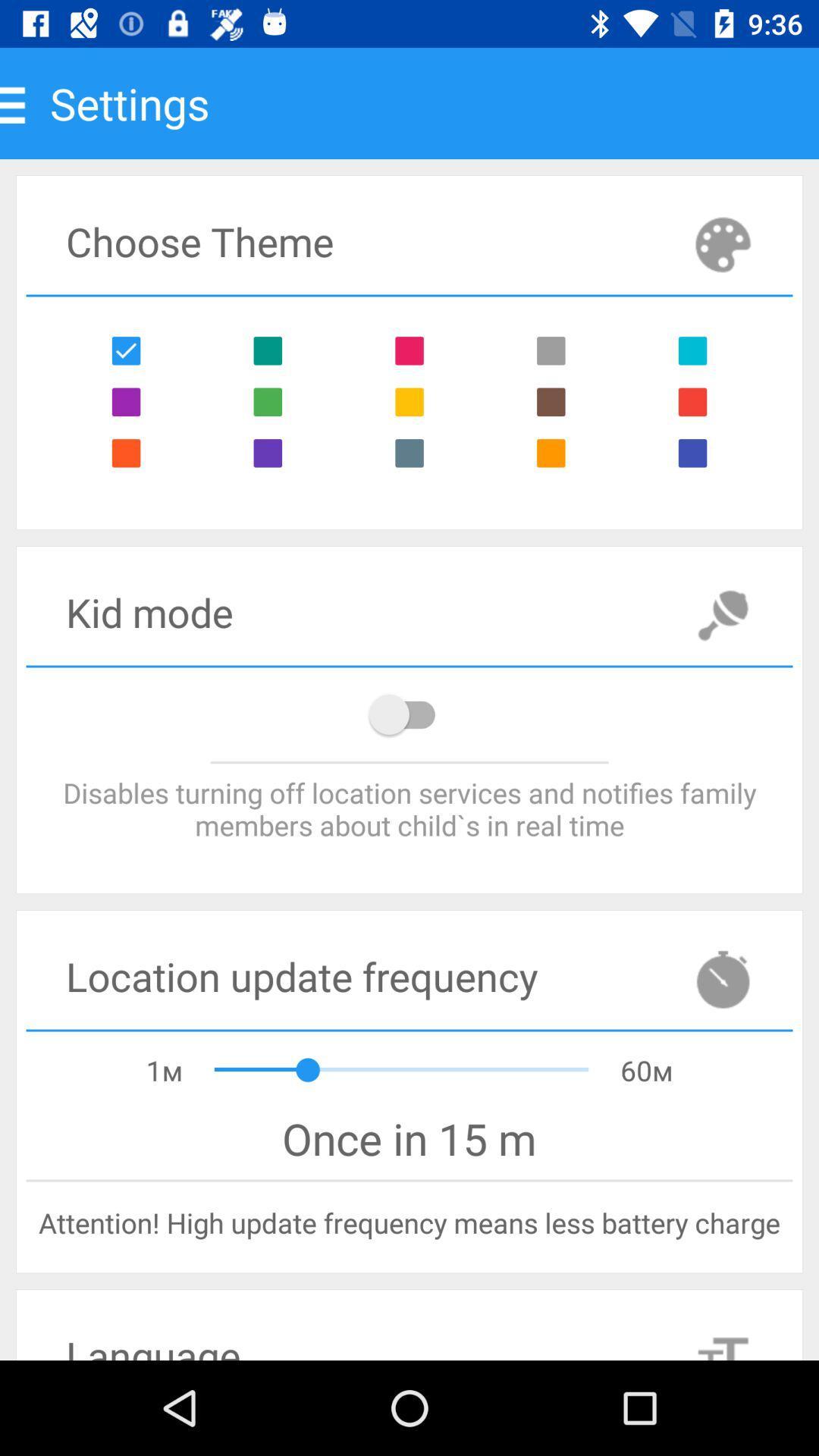 This screenshot has width=819, height=1456. What do you see at coordinates (409, 714) in the screenshot?
I see `location option` at bounding box center [409, 714].